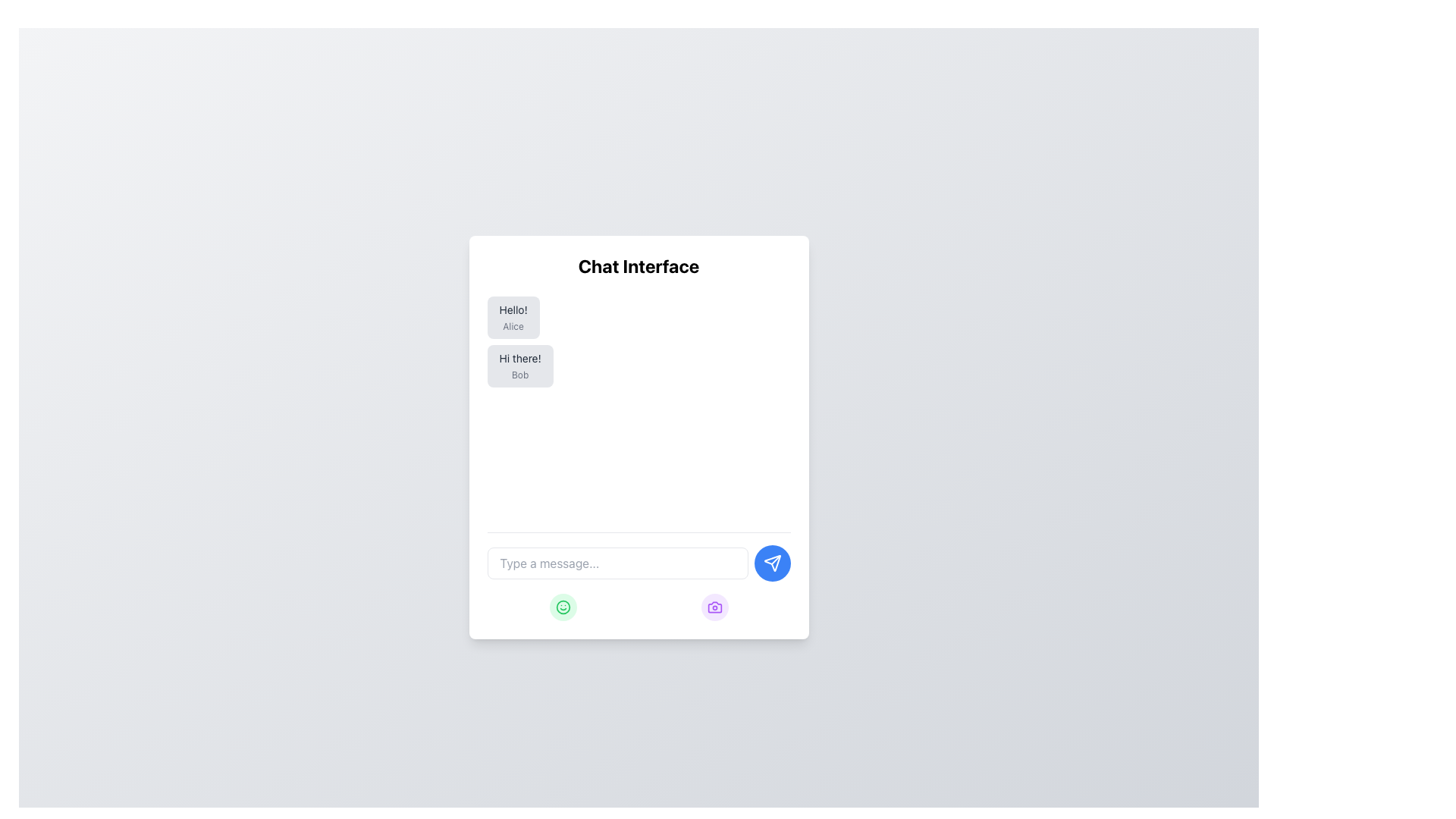  What do you see at coordinates (513, 317) in the screenshot?
I see `the chat message block containing 'Hello!' in bold and 'Alice' in a smaller font, located in the top-left section of the chat message area` at bounding box center [513, 317].